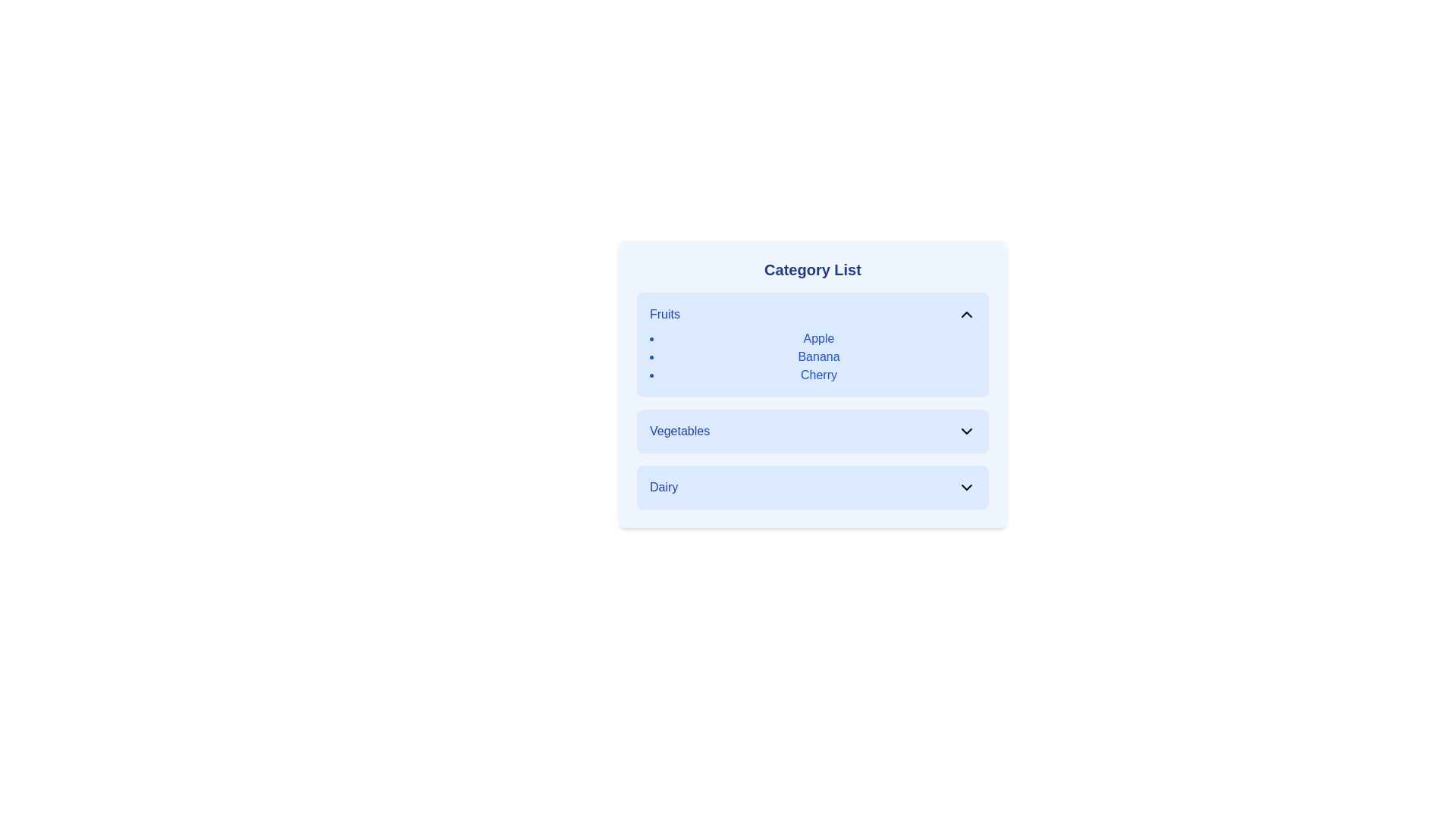 Image resolution: width=1456 pixels, height=819 pixels. Describe the element at coordinates (966, 488) in the screenshot. I see `the chevron icon that controls the dropdown menu for the 'Dairy' category, located at the far-right side of the Category List interface` at that location.